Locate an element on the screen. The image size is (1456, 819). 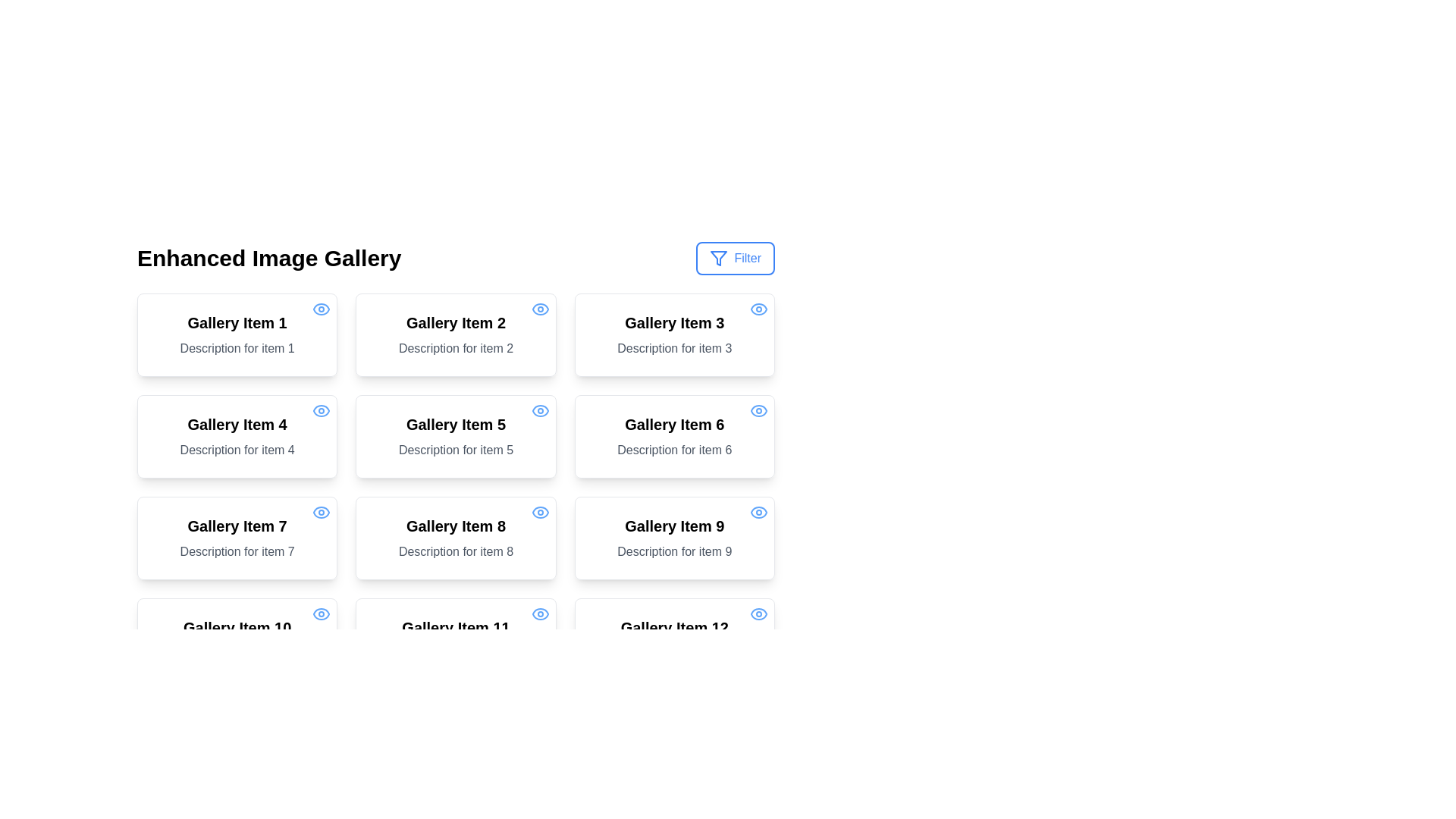
the stylized eye icon with a blue outline and white inner fill located at the top-right corner of the card labeled 'Gallery Item 7' is located at coordinates (321, 512).